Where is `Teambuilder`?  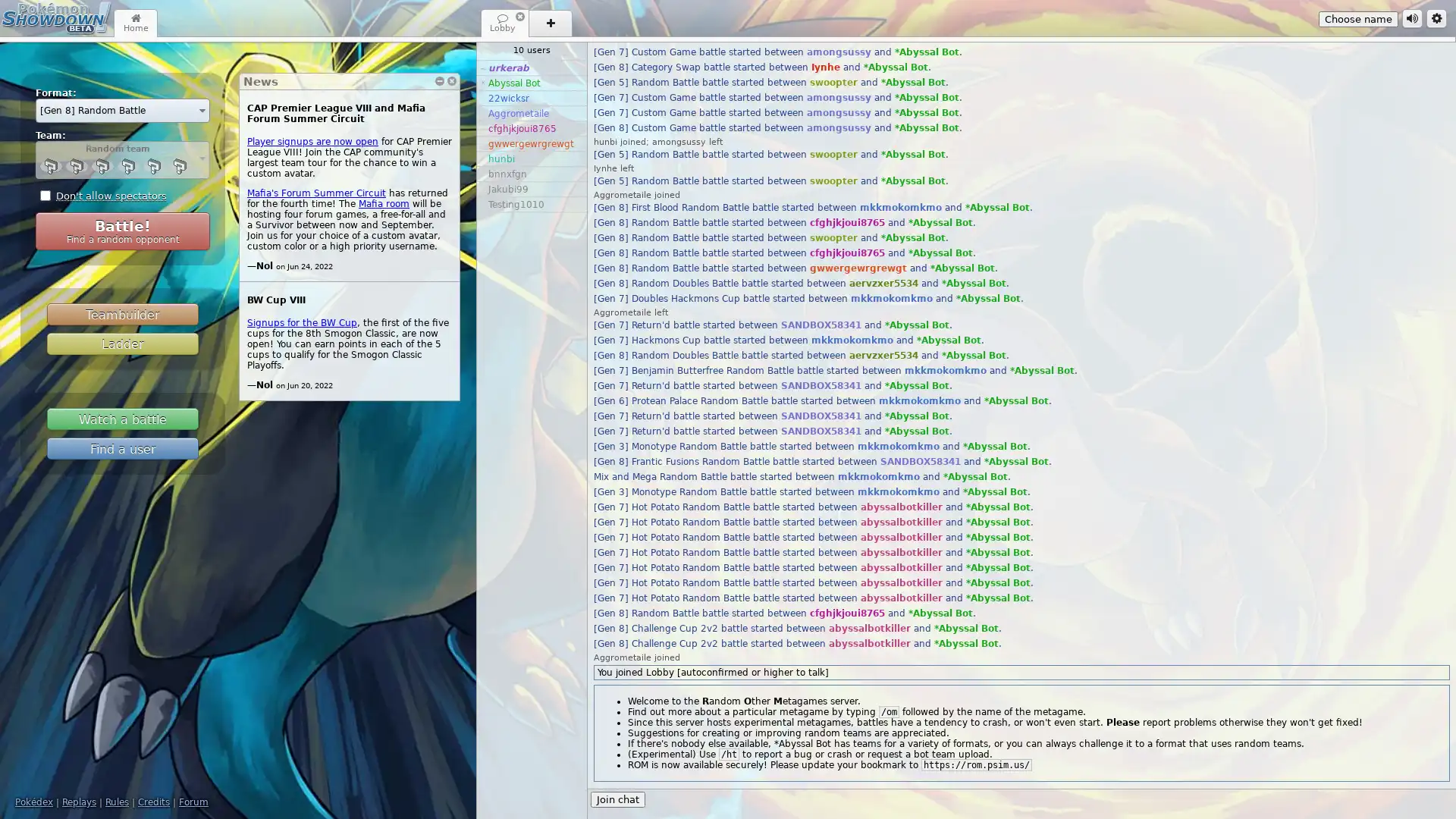
Teambuilder is located at coordinates (123, 313).